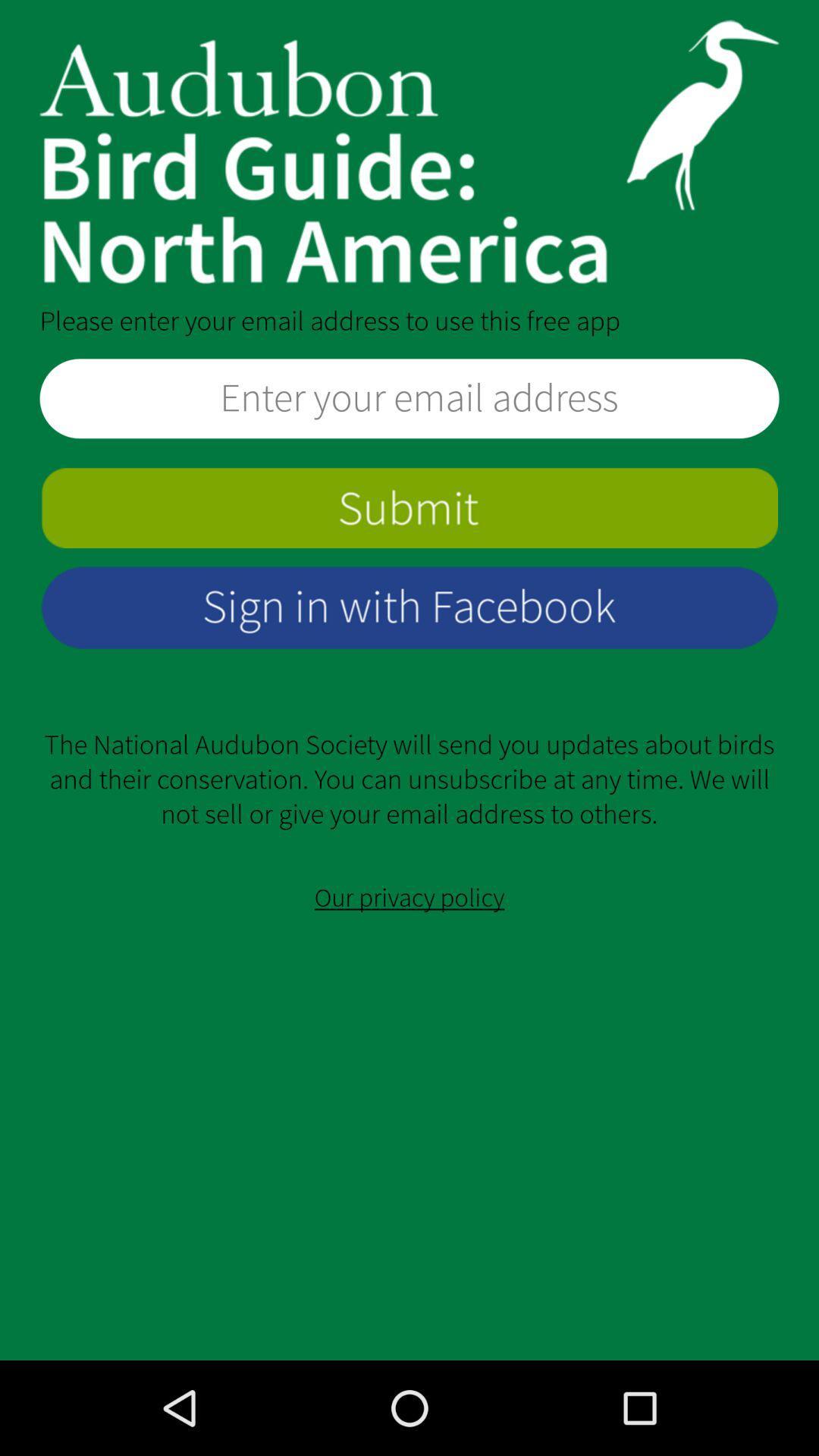 The height and width of the screenshot is (1456, 819). Describe the element at coordinates (409, 152) in the screenshot. I see `the item above the please enter your icon` at that location.